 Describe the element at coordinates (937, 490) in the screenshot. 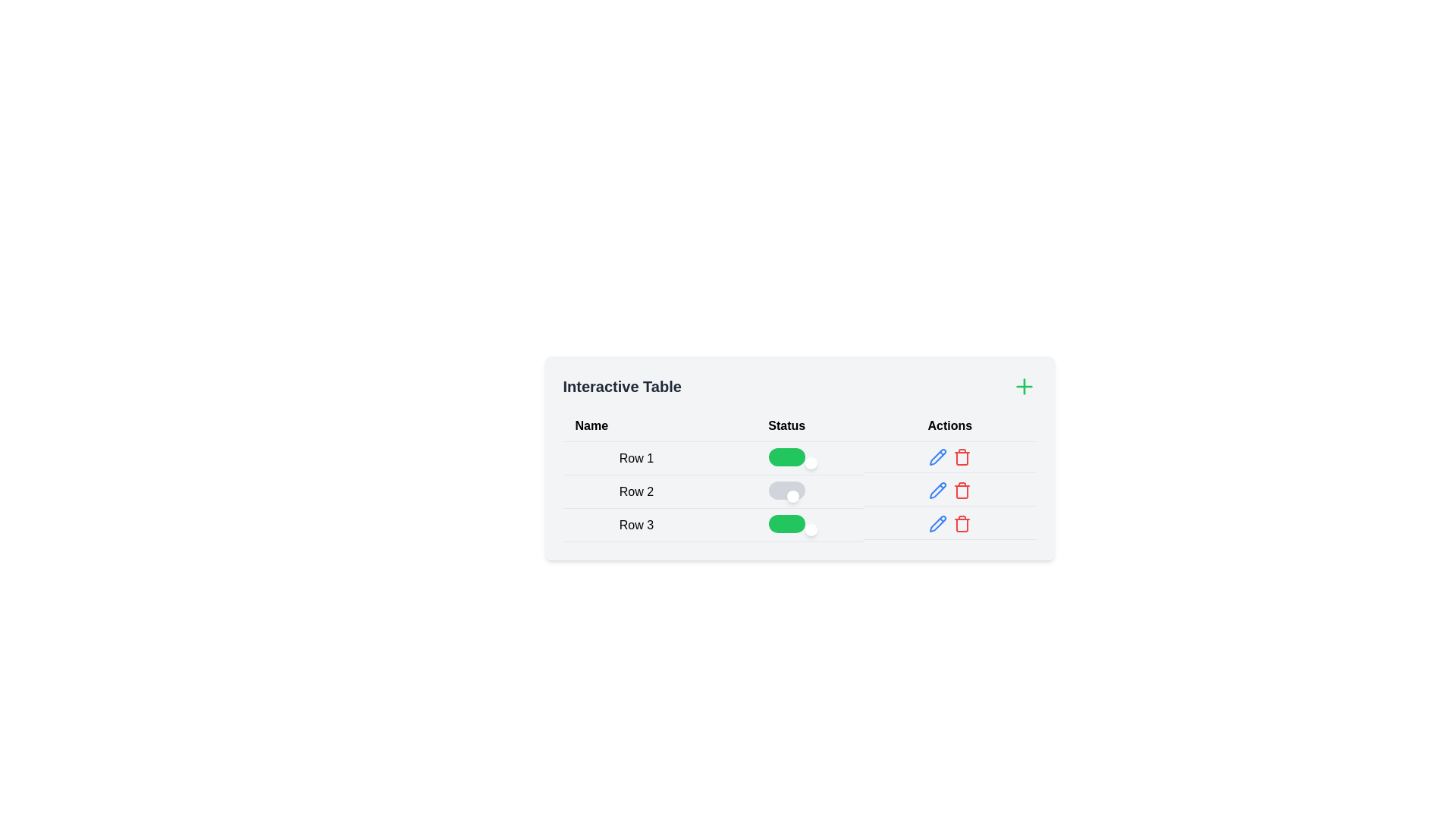

I see `the pencil-like icon in the 'Actions' column of the table for Row 3` at that location.